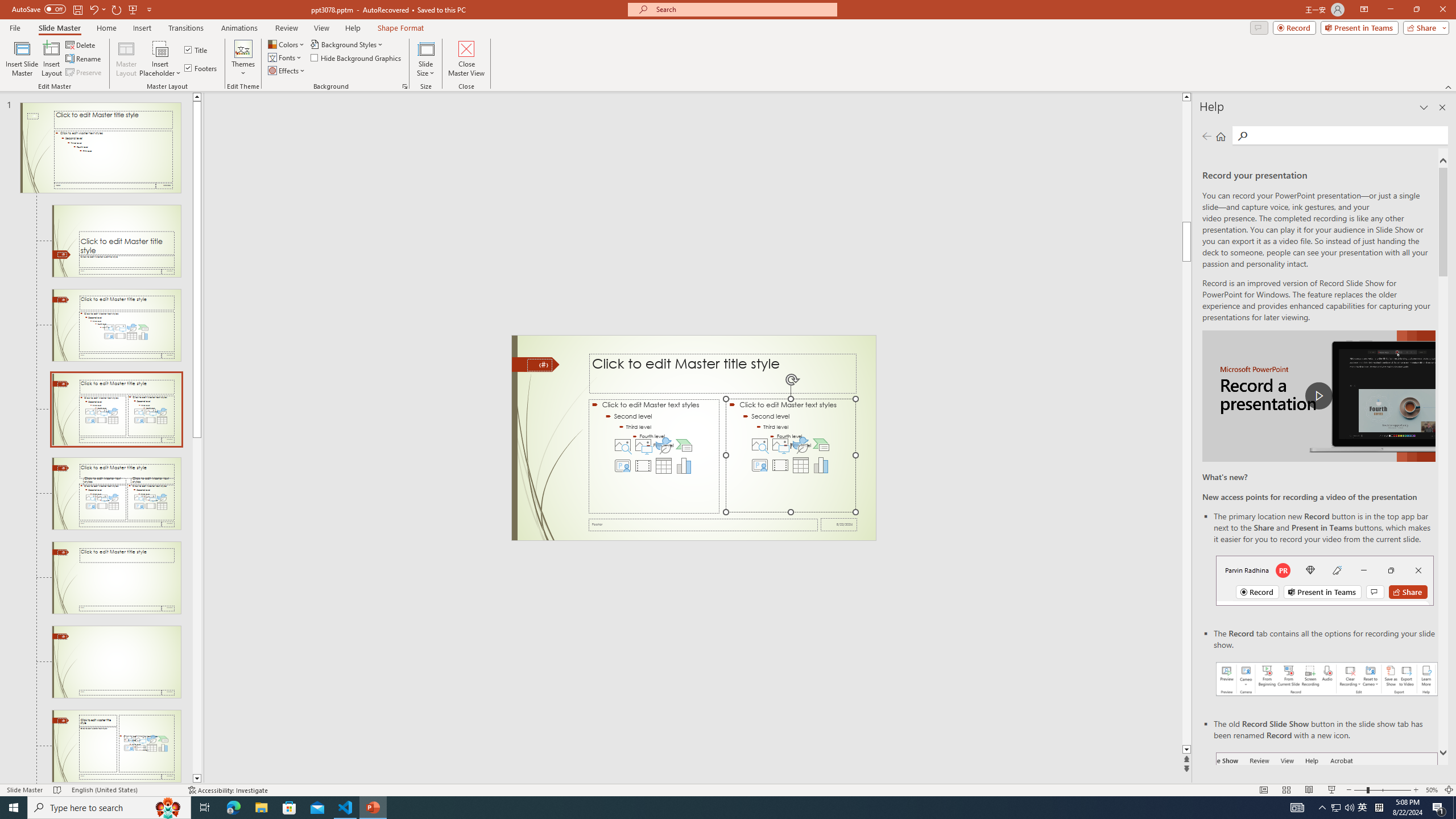 The image size is (1456, 819). What do you see at coordinates (800, 464) in the screenshot?
I see `'Insert Table'` at bounding box center [800, 464].